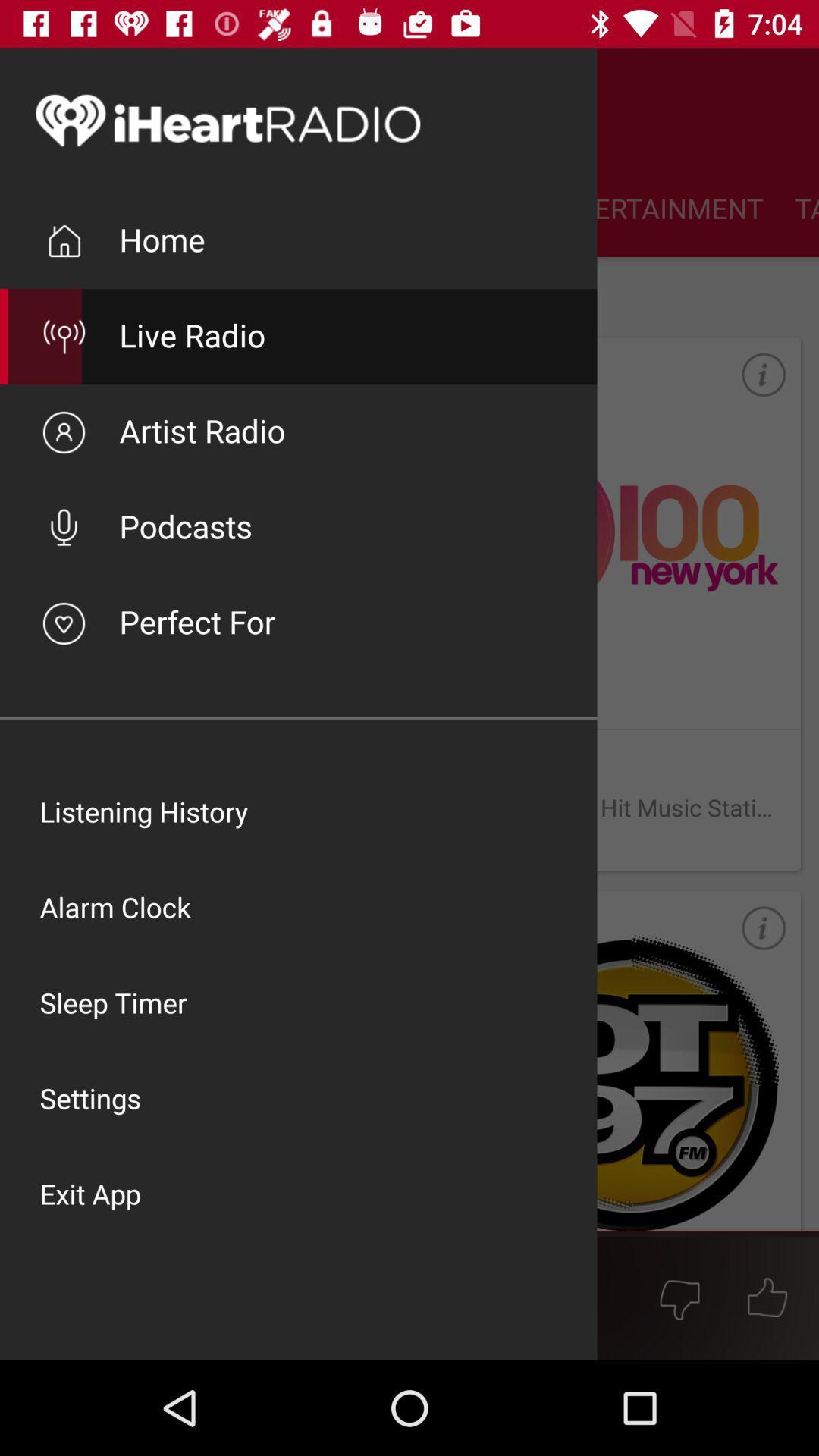  I want to click on the thumbs_down icon, so click(679, 1298).